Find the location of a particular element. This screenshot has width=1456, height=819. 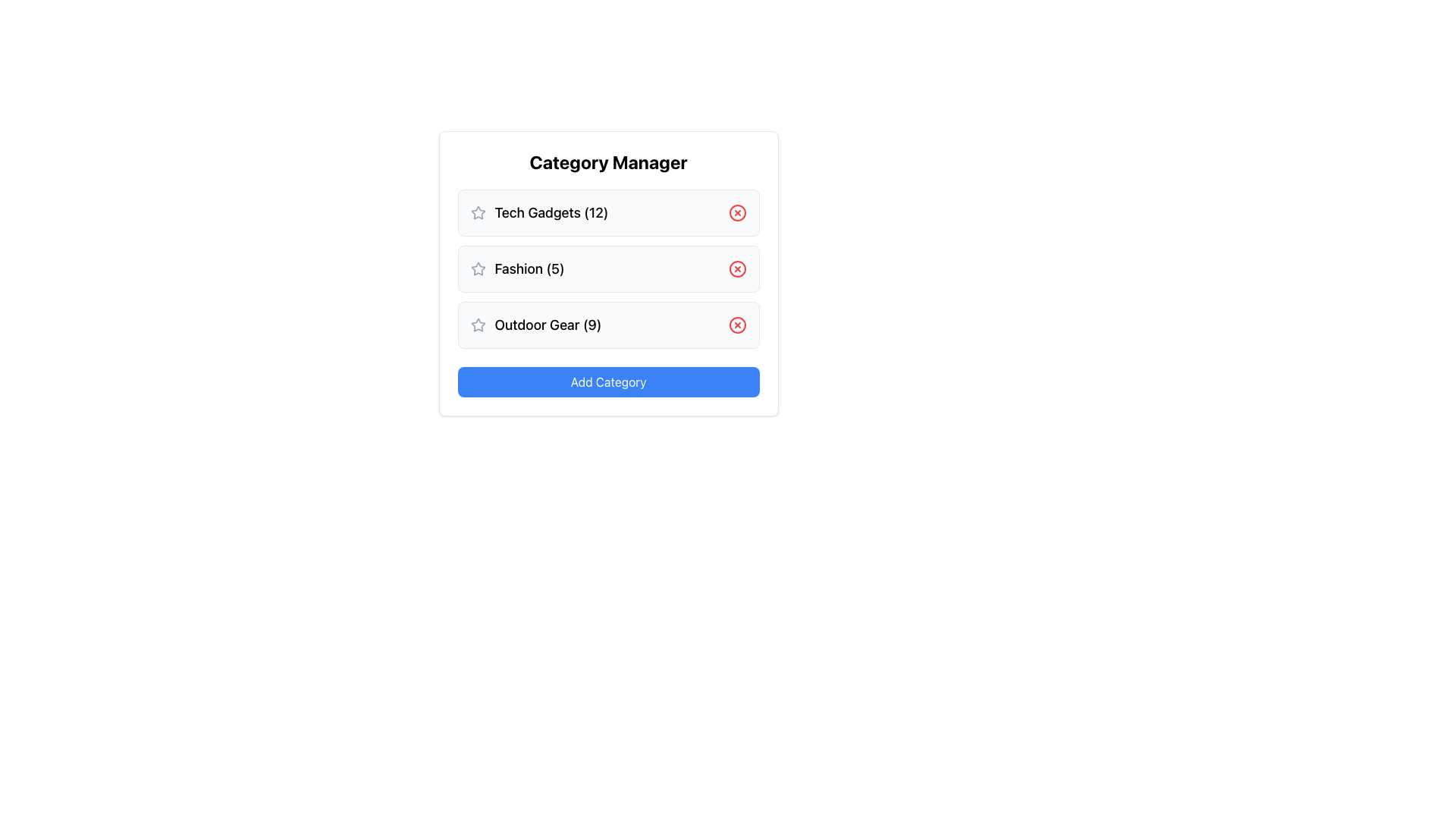

the 'Tech Gadgets' category element is located at coordinates (608, 213).